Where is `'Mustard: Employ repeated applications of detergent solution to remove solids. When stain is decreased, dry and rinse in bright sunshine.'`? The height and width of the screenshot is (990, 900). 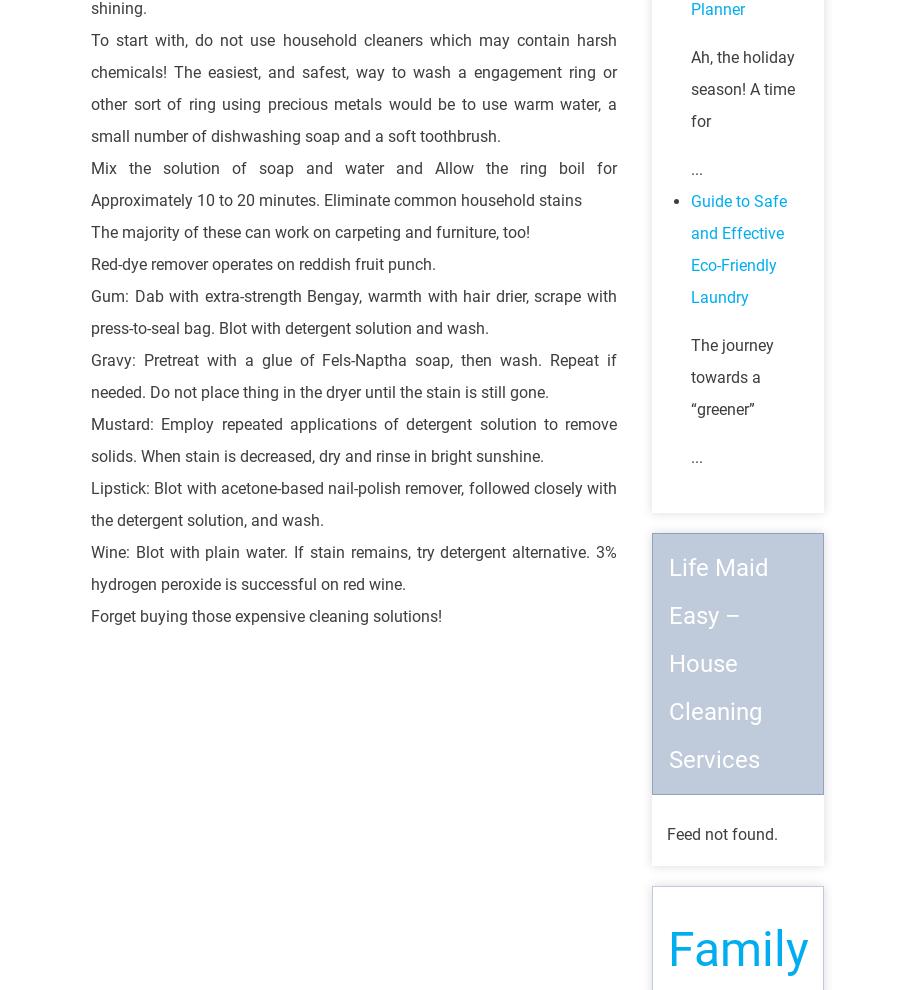 'Mustard: Employ repeated applications of detergent solution to remove solids. When stain is decreased, dry and rinse in bright sunshine.' is located at coordinates (89, 438).